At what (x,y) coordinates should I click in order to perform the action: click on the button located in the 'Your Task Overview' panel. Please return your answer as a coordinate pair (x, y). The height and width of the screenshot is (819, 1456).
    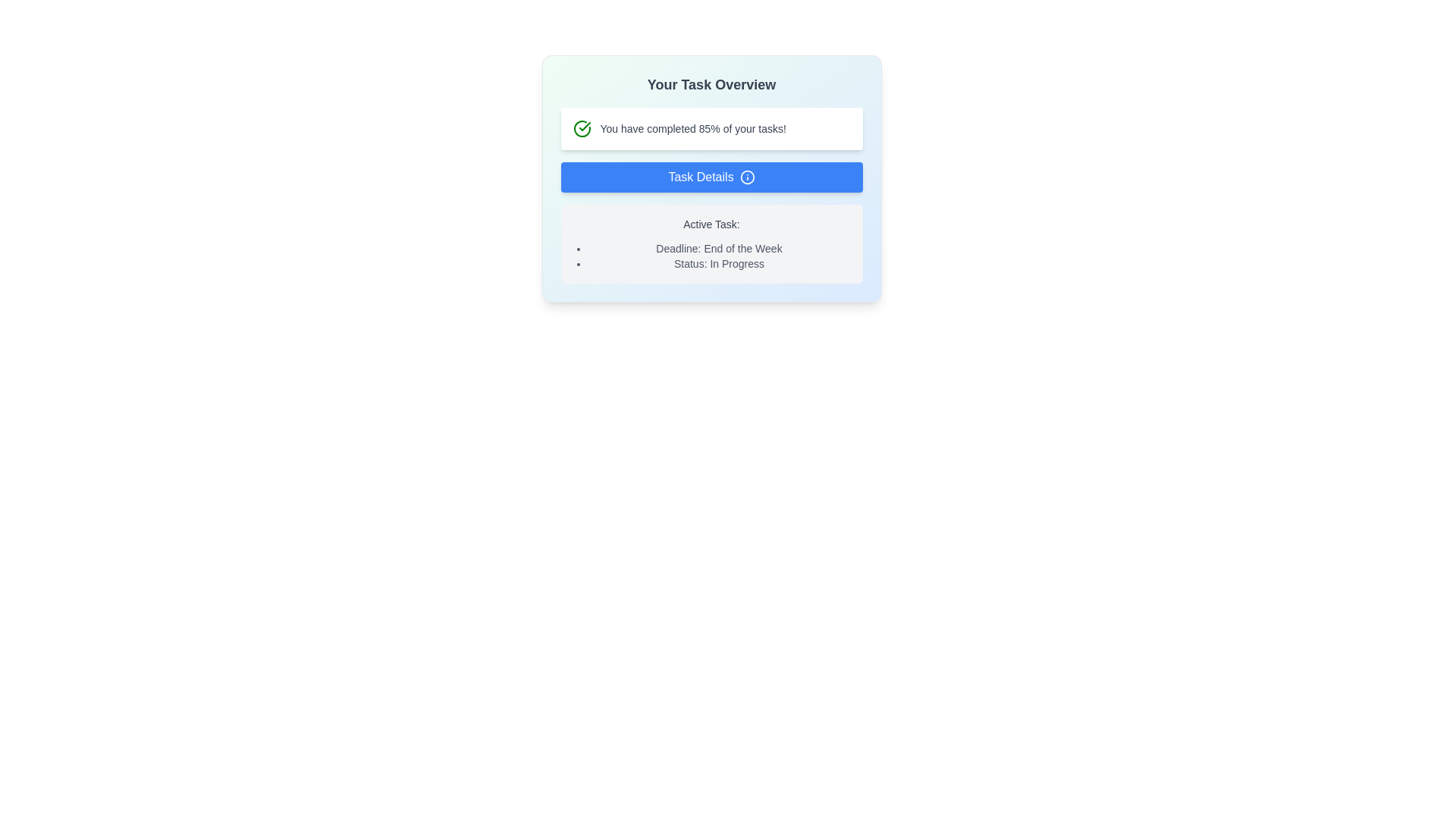
    Looking at the image, I should click on (711, 177).